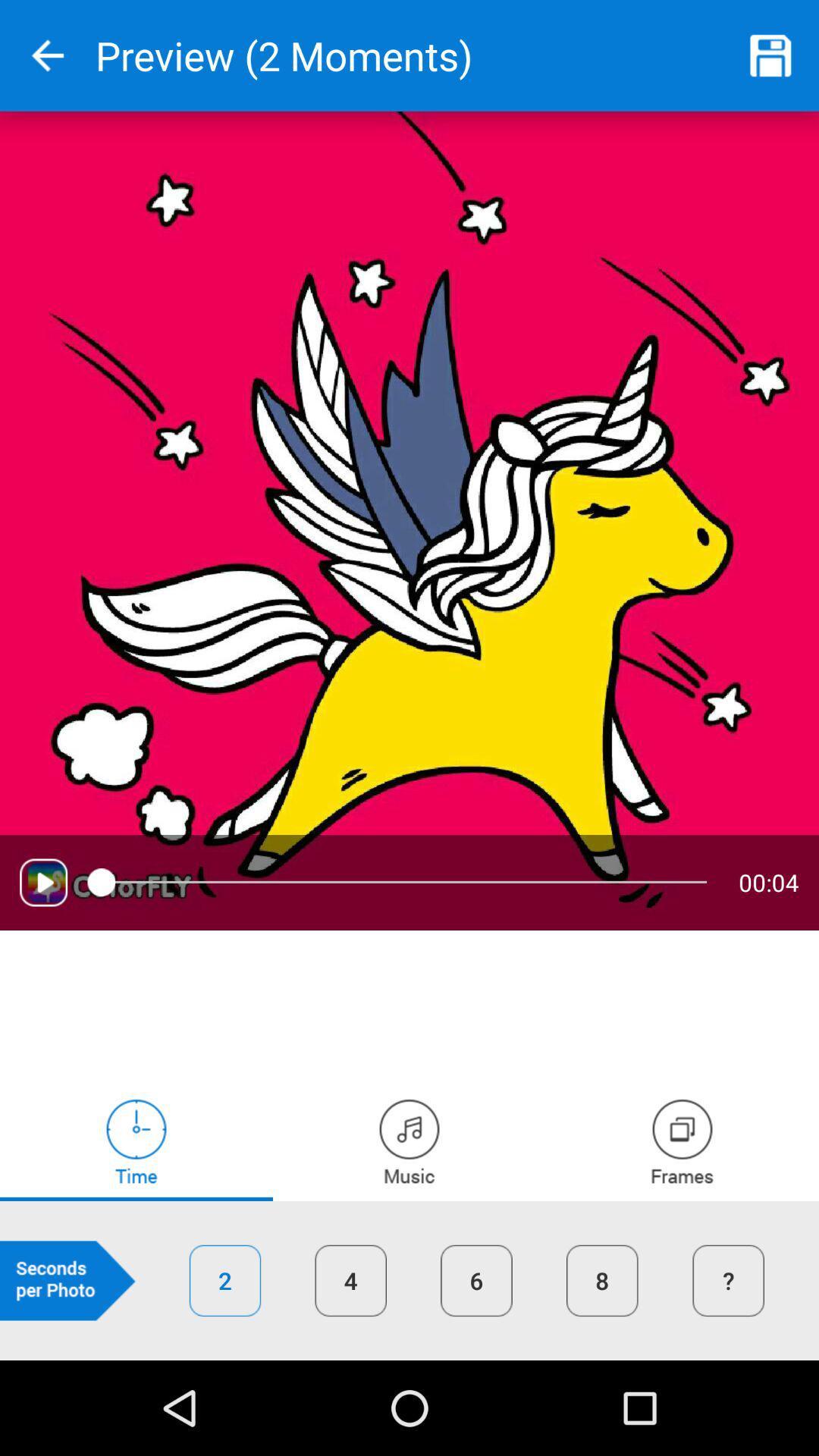 Image resolution: width=819 pixels, height=1456 pixels. Describe the element at coordinates (681, 1141) in the screenshot. I see `frames time` at that location.